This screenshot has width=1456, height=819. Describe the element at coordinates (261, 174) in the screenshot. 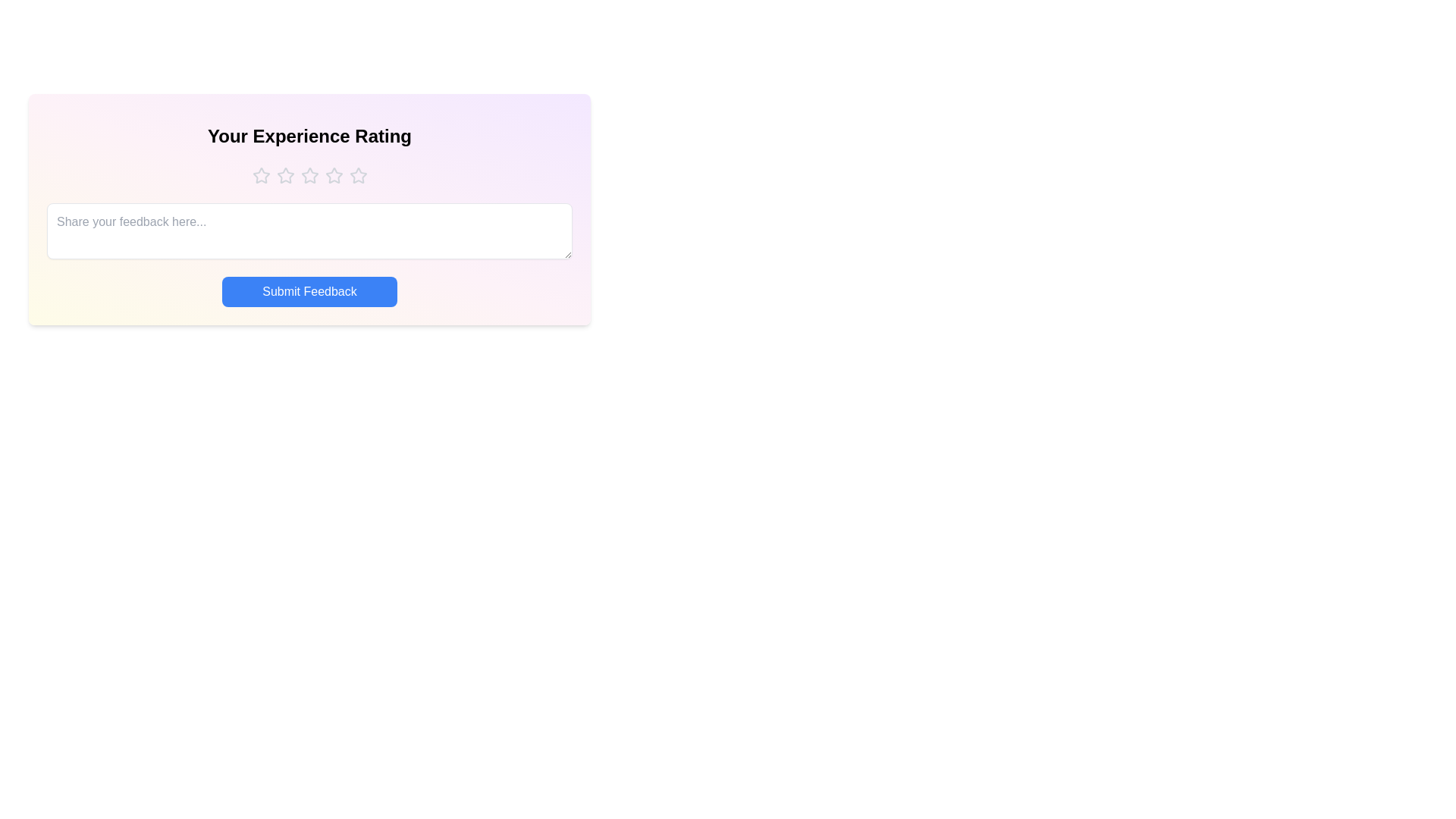

I see `the star corresponding to 1 to preview the rating` at that location.